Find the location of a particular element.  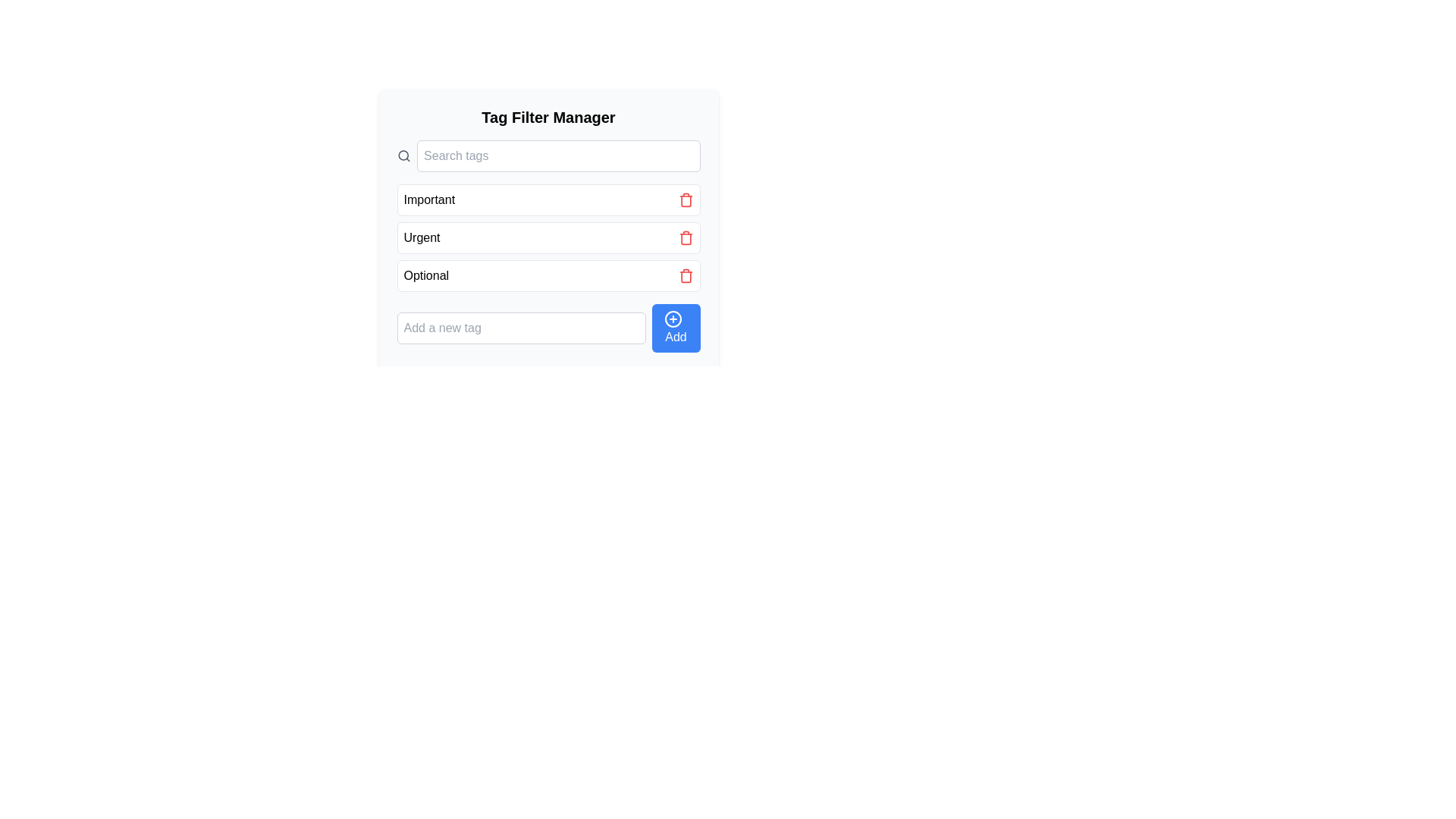

the SVG circle element that visually indicates the 'Add' operation within the blue 'Add' button located at the bottom-right of the UI component is located at coordinates (672, 318).